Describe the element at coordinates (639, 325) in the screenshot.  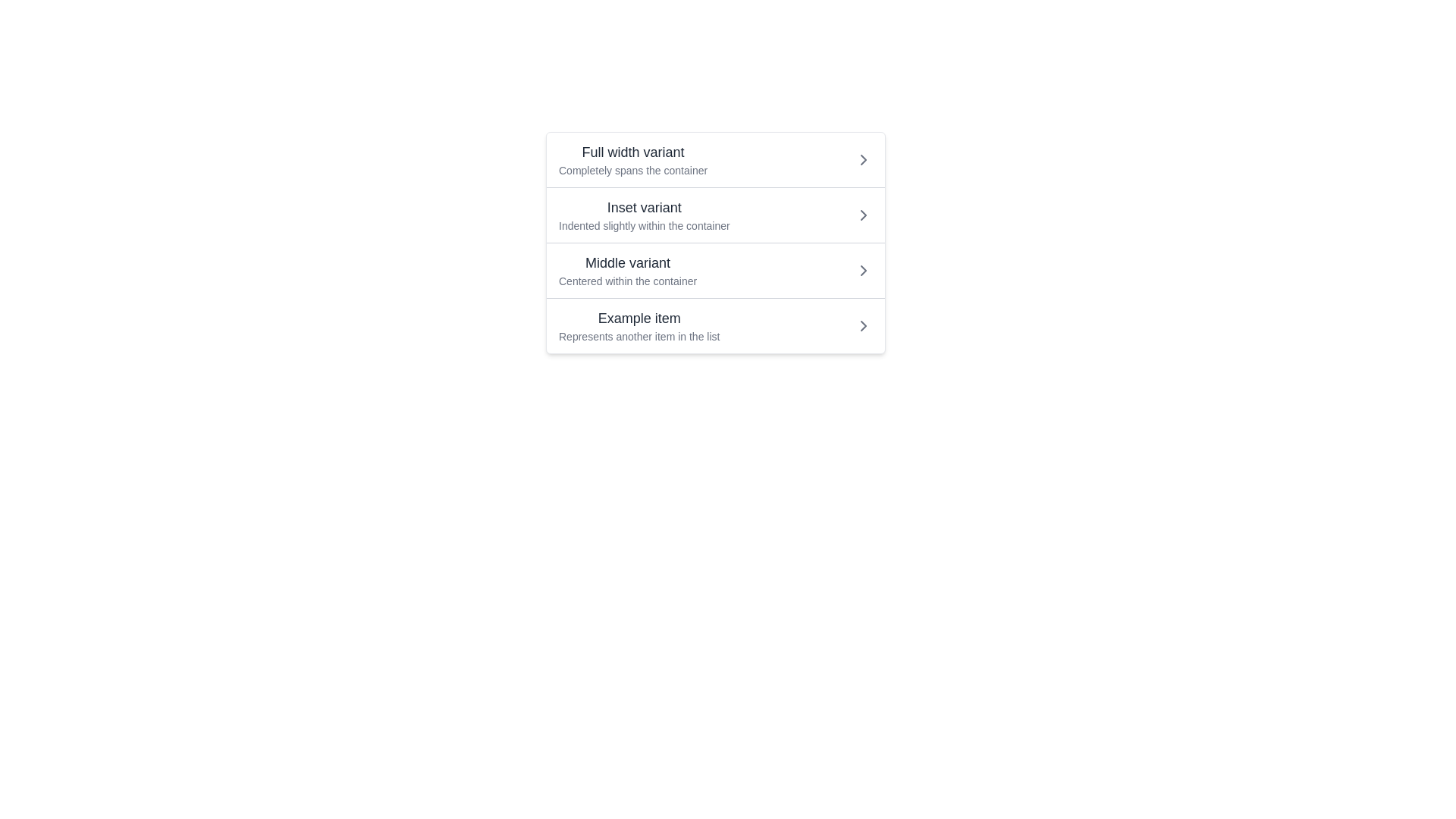
I see `the fourth list item that serves as an actionable descriptor` at that location.